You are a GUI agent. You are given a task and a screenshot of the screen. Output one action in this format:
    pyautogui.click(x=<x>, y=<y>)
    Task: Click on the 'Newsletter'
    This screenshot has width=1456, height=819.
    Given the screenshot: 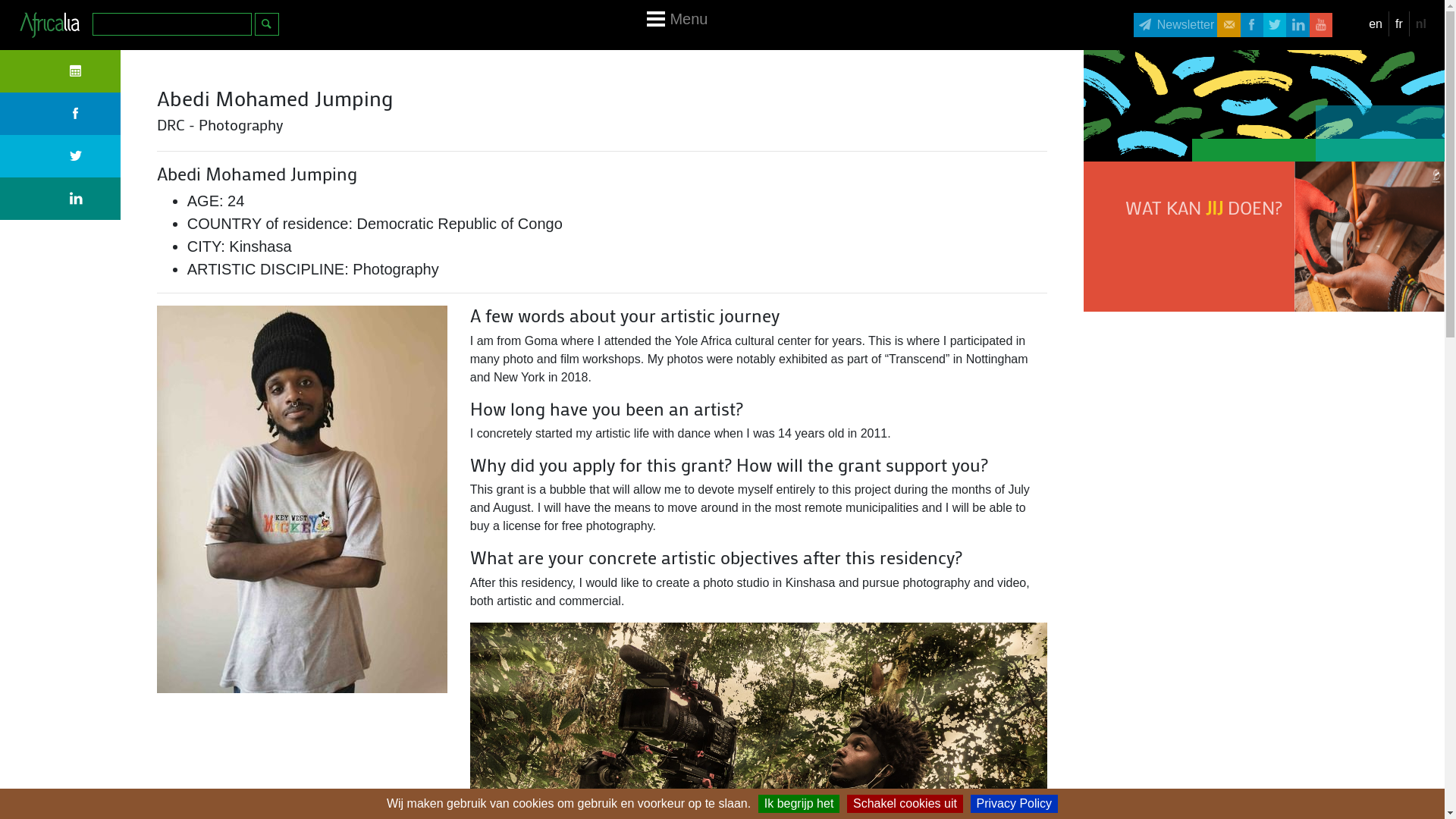 What is the action you would take?
    pyautogui.click(x=1175, y=25)
    